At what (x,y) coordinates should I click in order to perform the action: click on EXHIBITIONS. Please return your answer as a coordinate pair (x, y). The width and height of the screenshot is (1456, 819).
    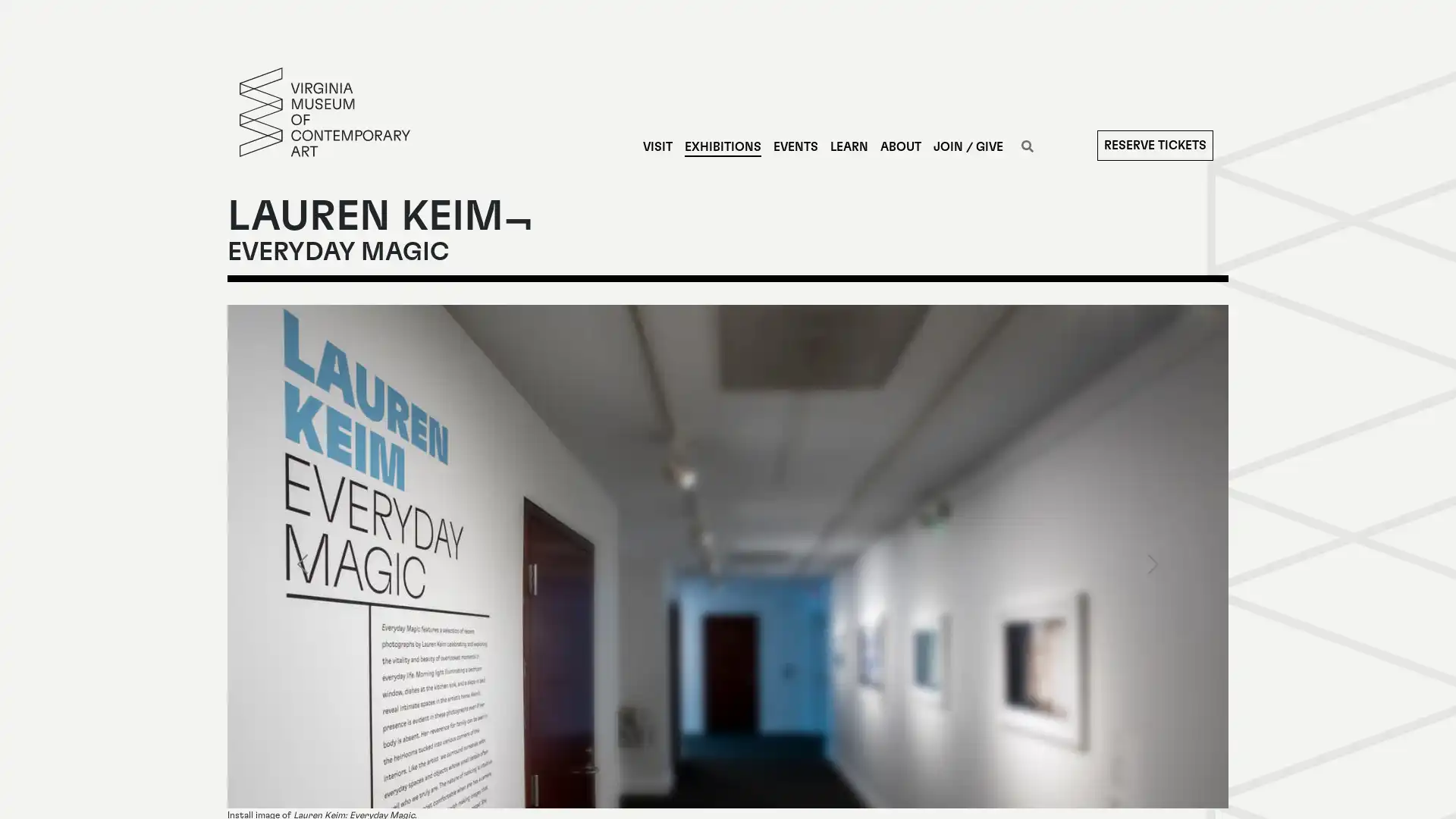
    Looking at the image, I should click on (721, 146).